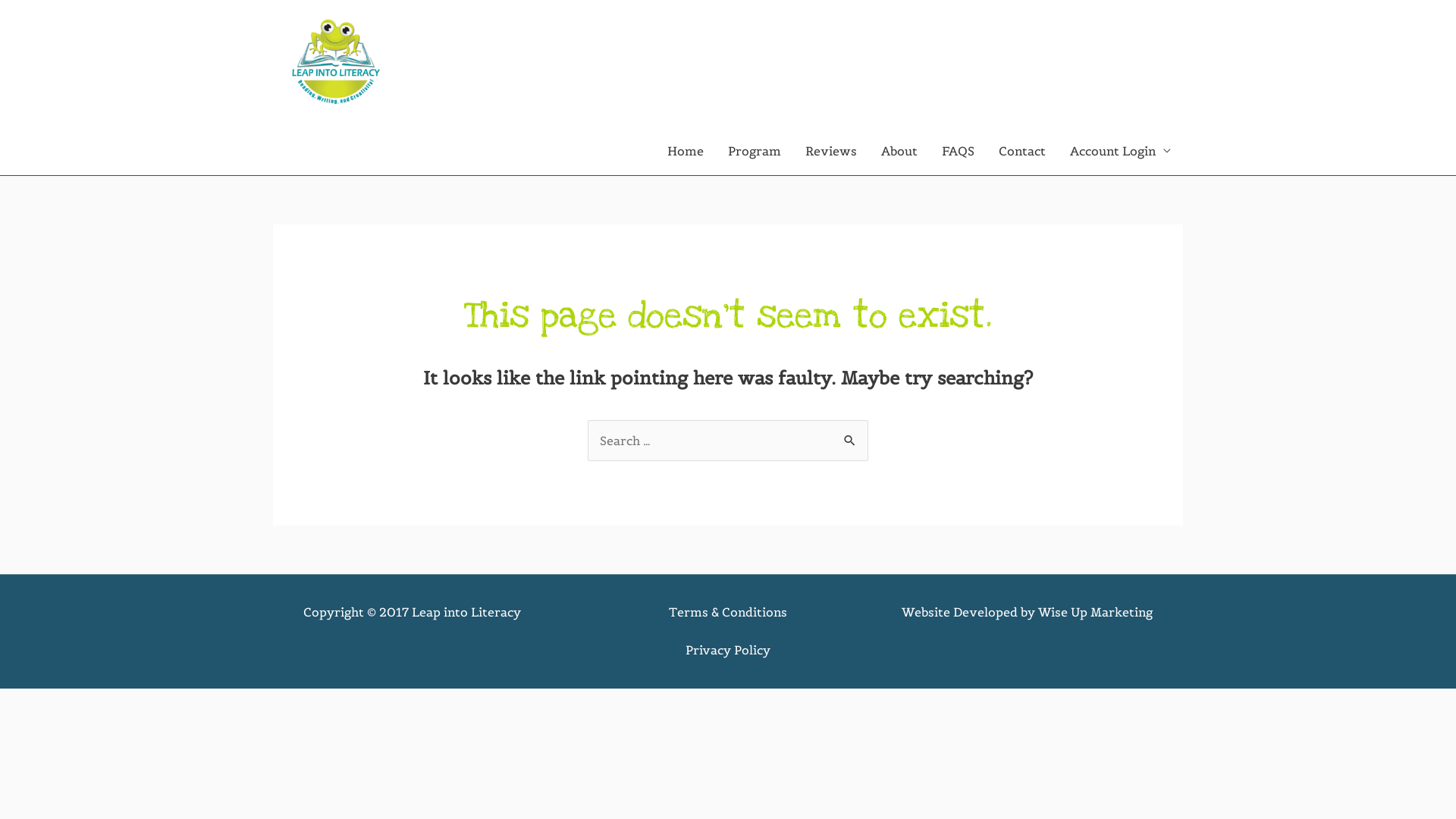 This screenshot has height=819, width=1456. I want to click on 'Wise Up Marketing', so click(1095, 610).